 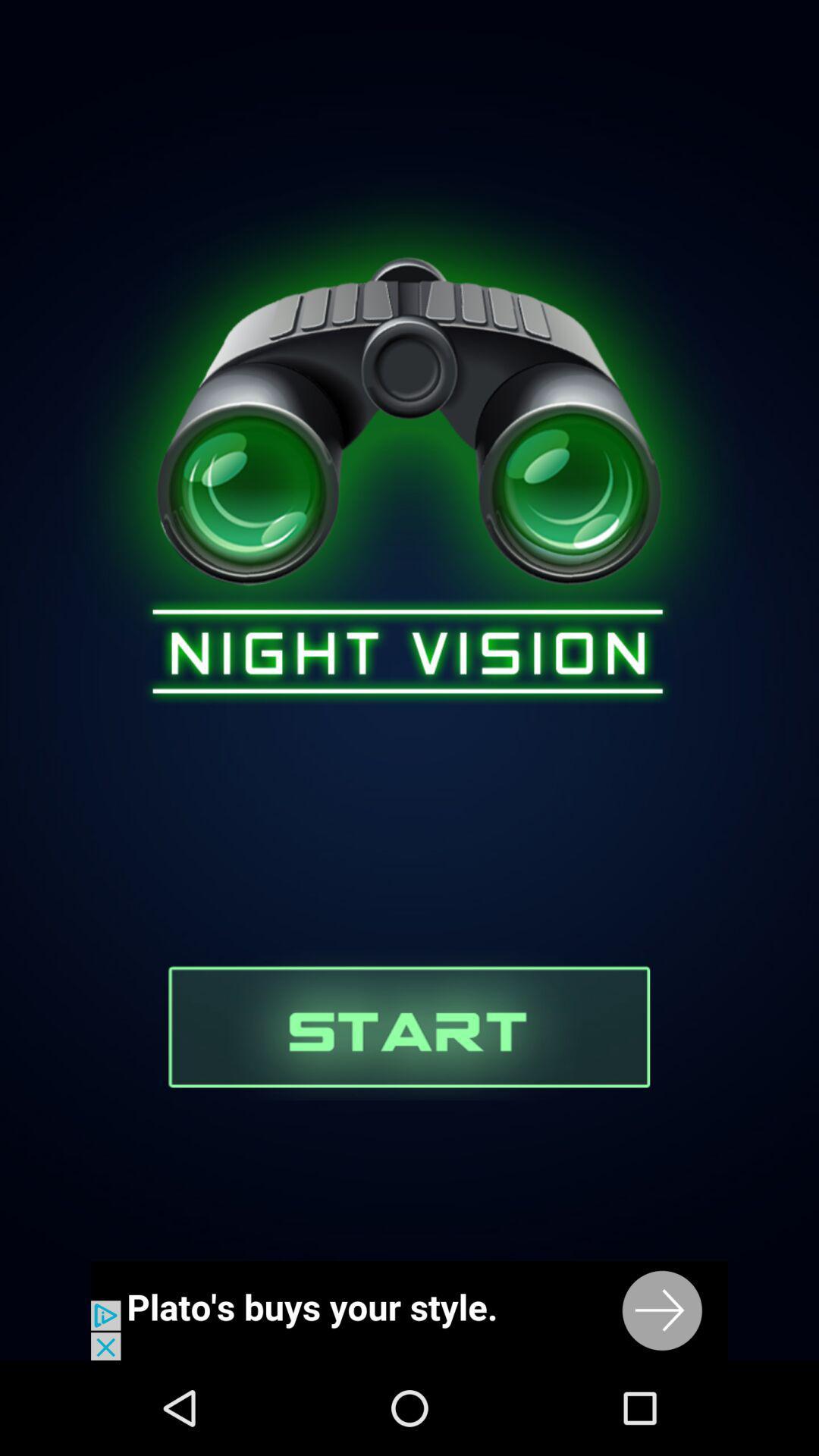 I want to click on press start, so click(x=408, y=1025).